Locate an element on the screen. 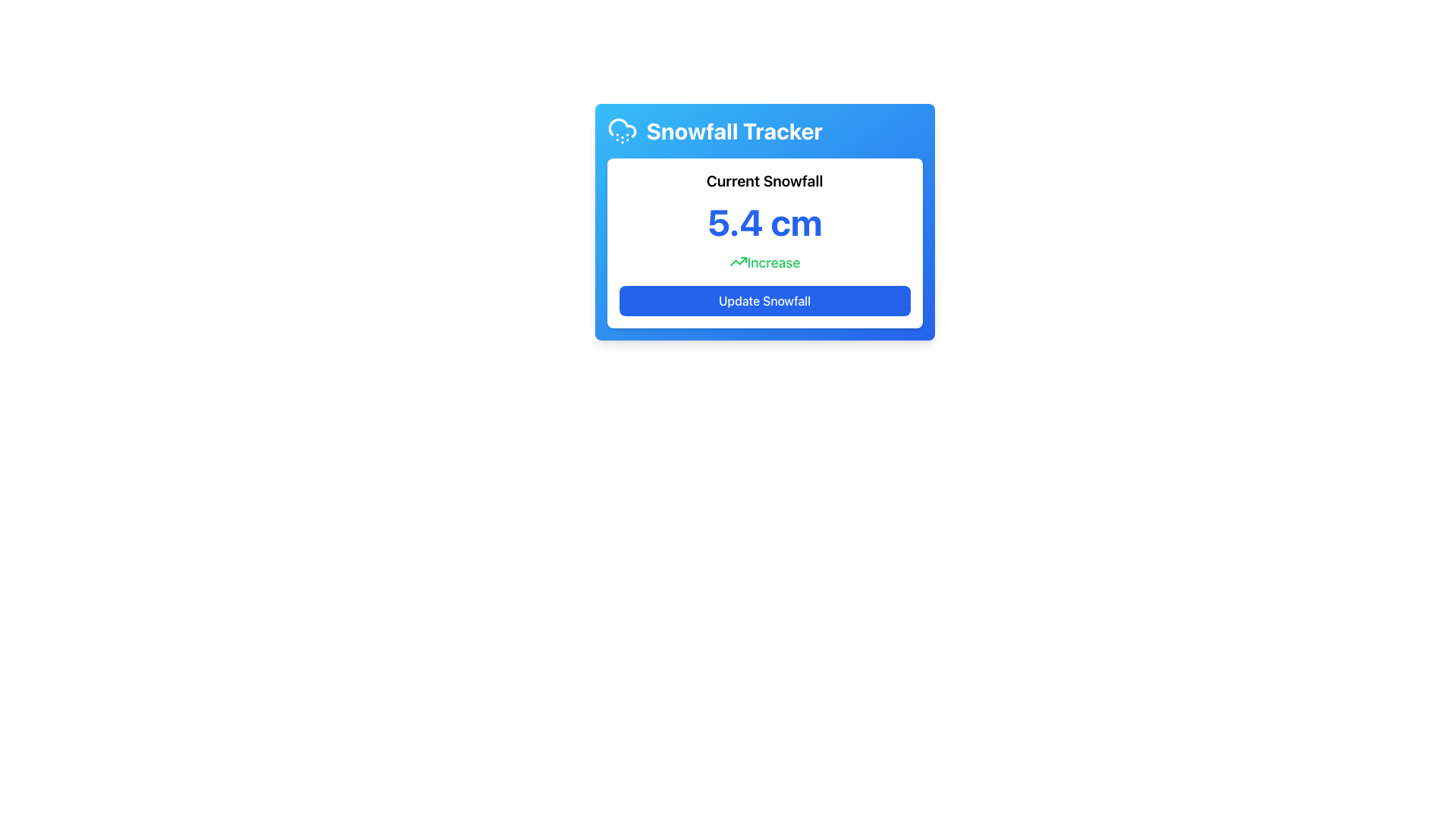  the 'Increase' icon with text, which features a bold green font and an upward trending arrow, located below the '5.4 cm' text and above the 'Update Snowfall' button is located at coordinates (764, 262).